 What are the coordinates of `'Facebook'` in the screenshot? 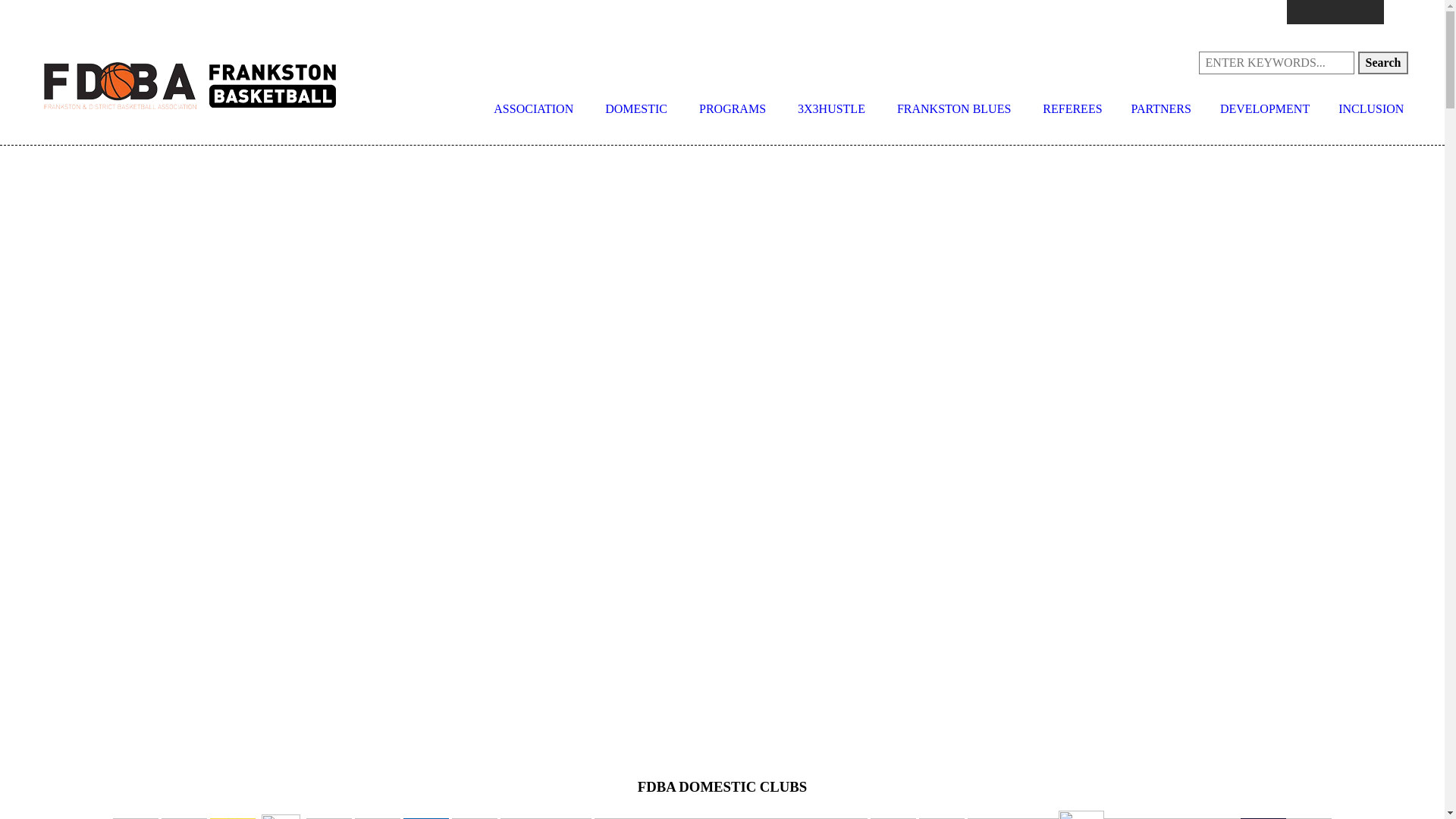 It's located at (1298, 11).